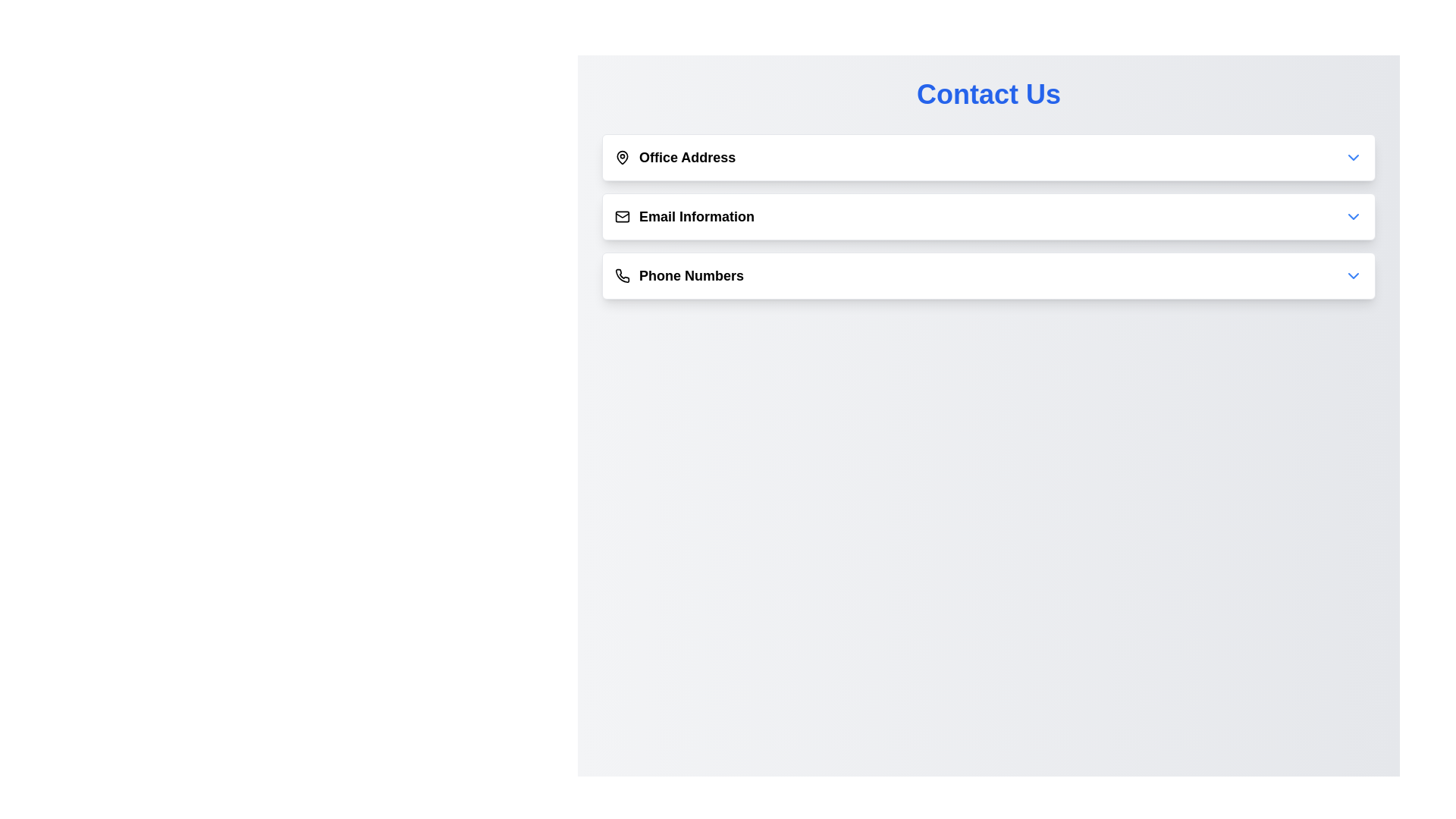 The height and width of the screenshot is (819, 1456). I want to click on text from the heading element indicating the section's purpose for contacting or communication details, which is located at the top of the vertical layout, so click(989, 94).